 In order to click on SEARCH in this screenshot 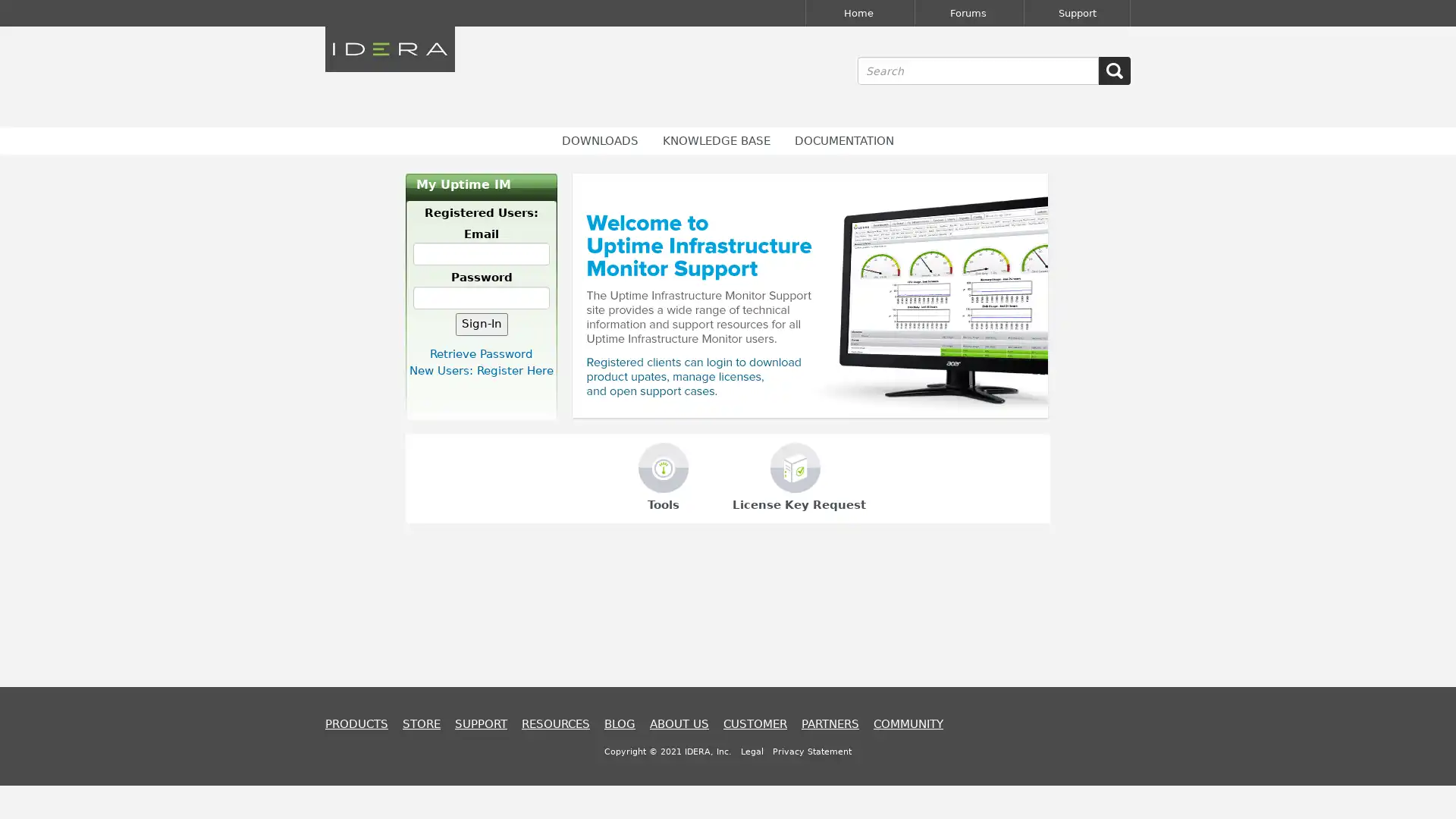, I will do `click(1114, 71)`.